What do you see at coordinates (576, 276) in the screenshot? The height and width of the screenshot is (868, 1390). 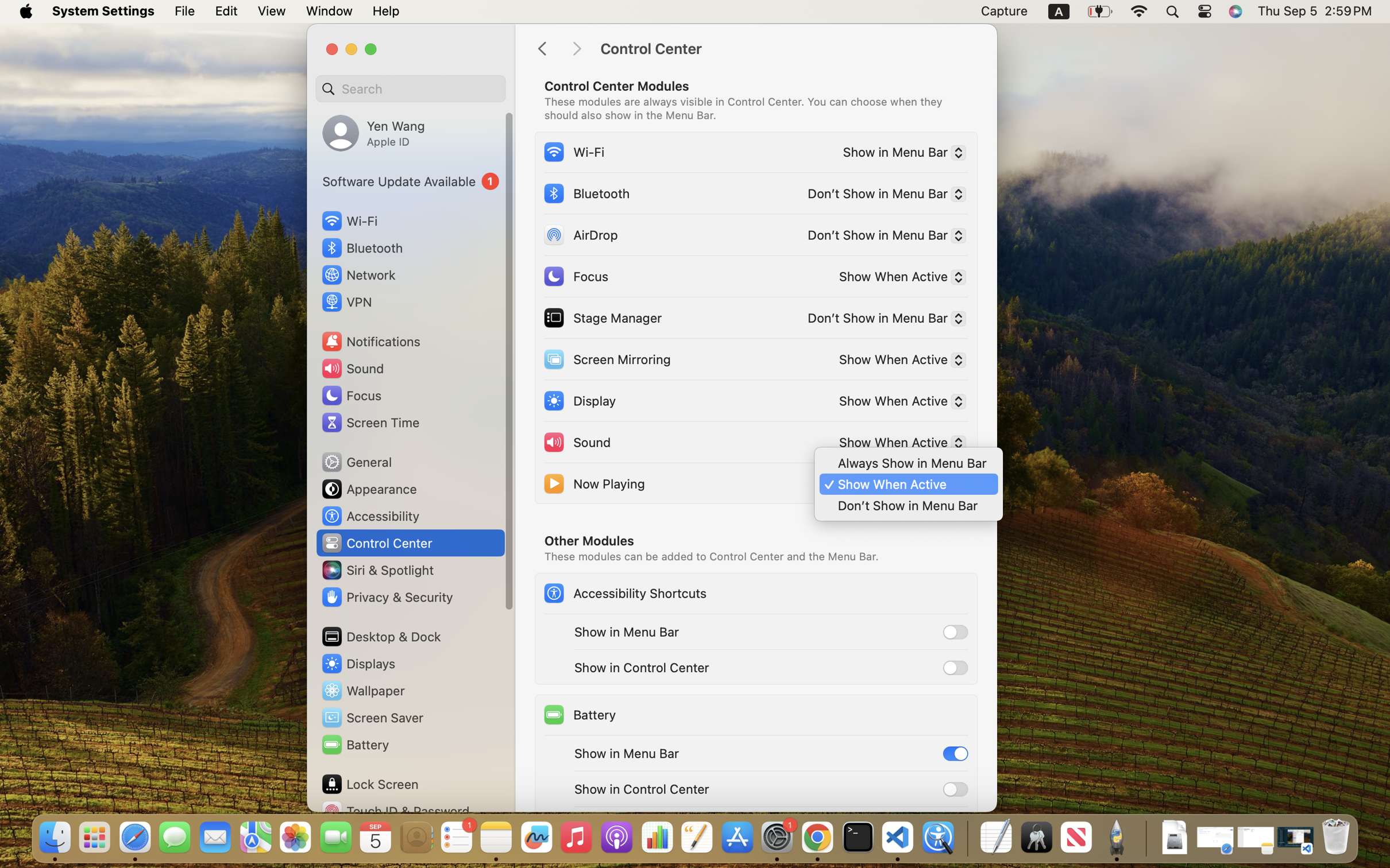 I see `'Focus'` at bounding box center [576, 276].